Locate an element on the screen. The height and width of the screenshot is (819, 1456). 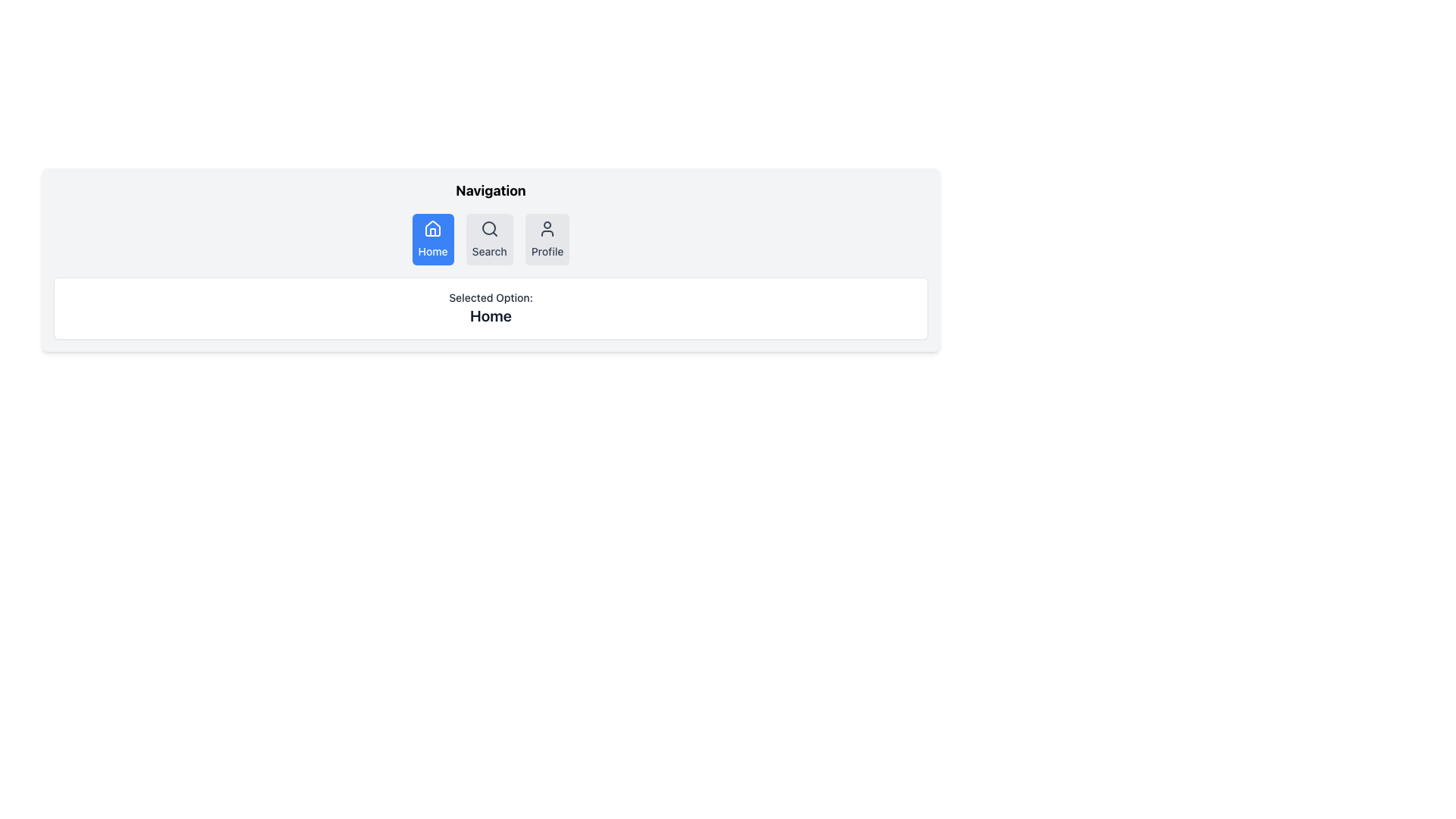
the 'Search' button, which is a square button with rounded corners located between the 'Home' and 'Profile' buttons in the navigation bar is located at coordinates (489, 239).